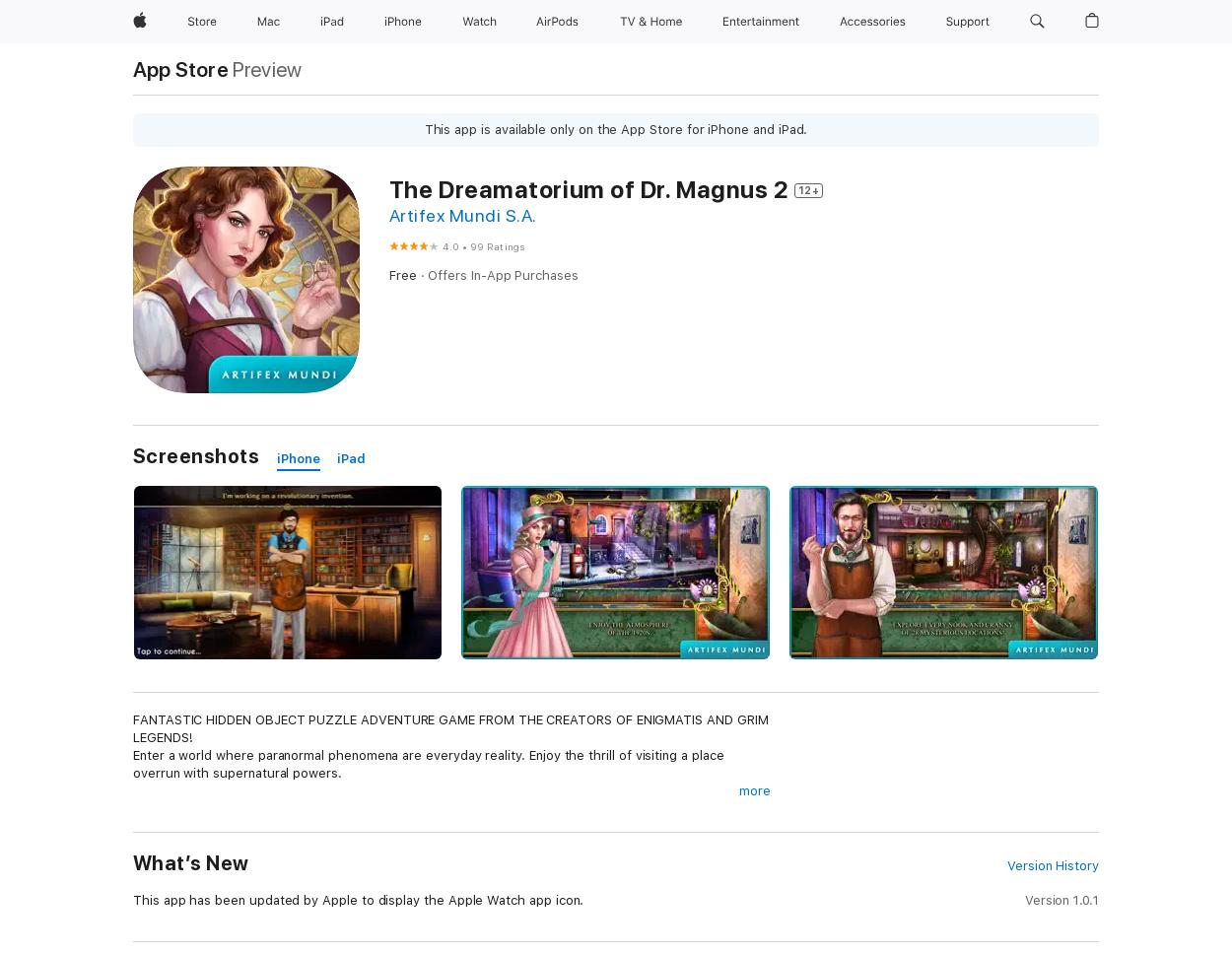 The width and height of the screenshot is (1232, 955). Describe the element at coordinates (189, 861) in the screenshot. I see `'What’s New'` at that location.